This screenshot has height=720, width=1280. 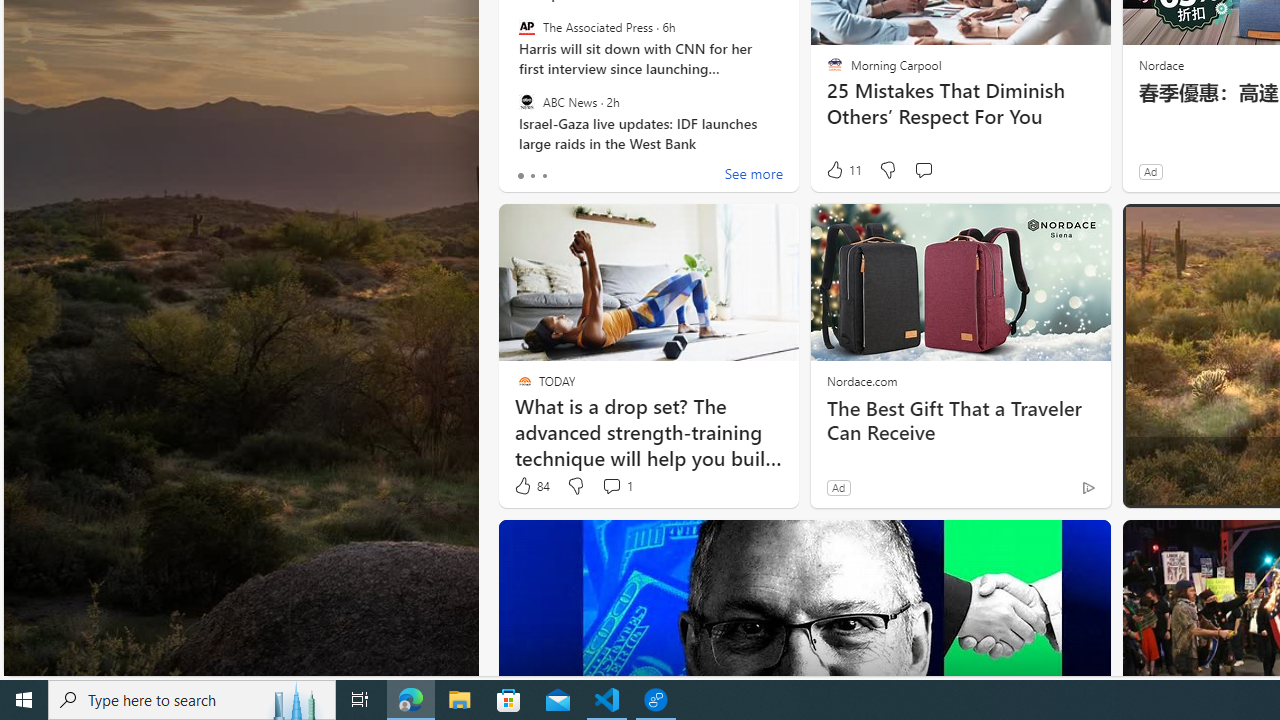 What do you see at coordinates (544, 175) in the screenshot?
I see `'tab-2'` at bounding box center [544, 175].